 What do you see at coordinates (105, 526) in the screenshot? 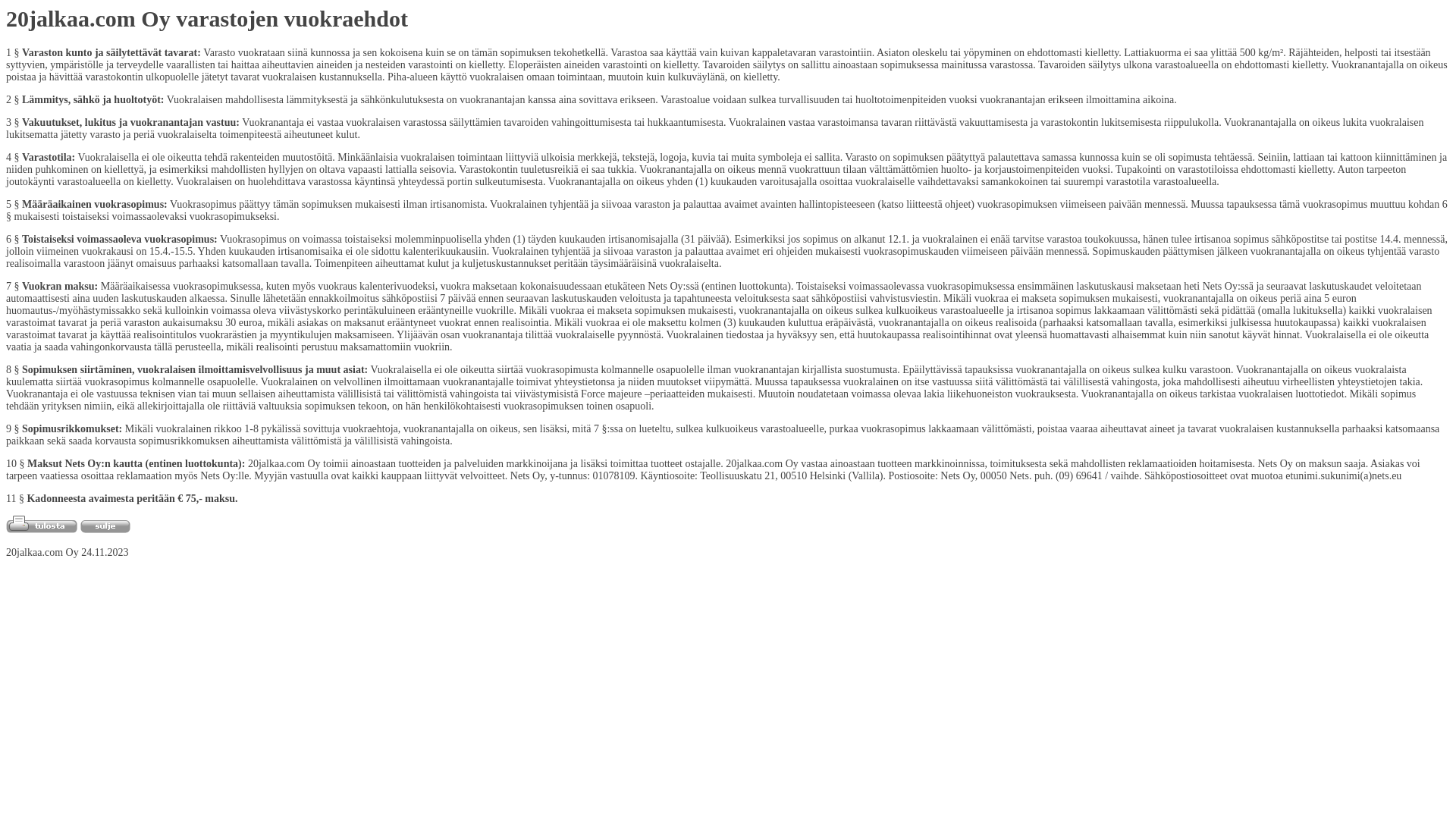
I see `'Sulje'` at bounding box center [105, 526].